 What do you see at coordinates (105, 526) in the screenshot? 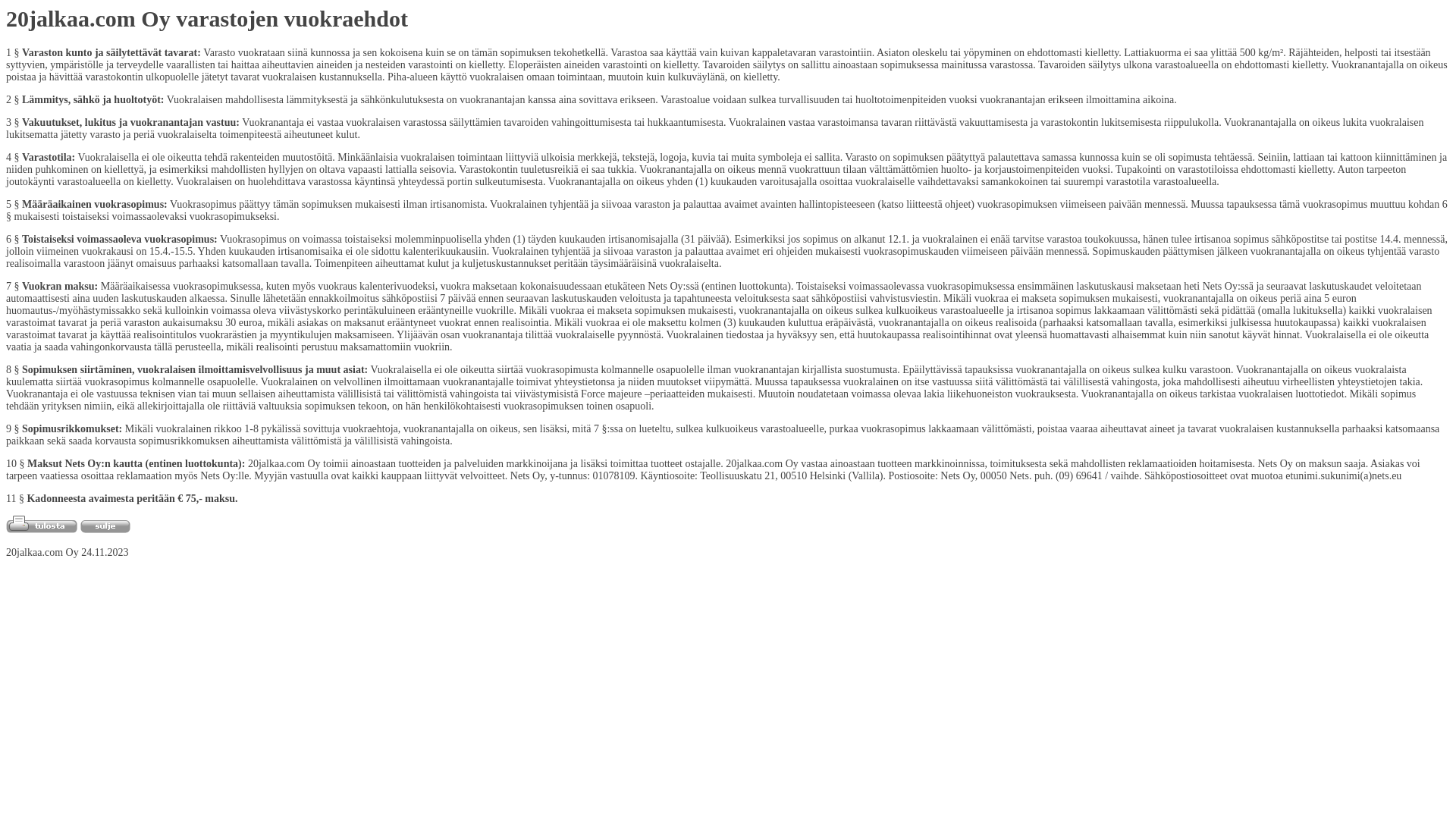
I see `'Sulje'` at bounding box center [105, 526].